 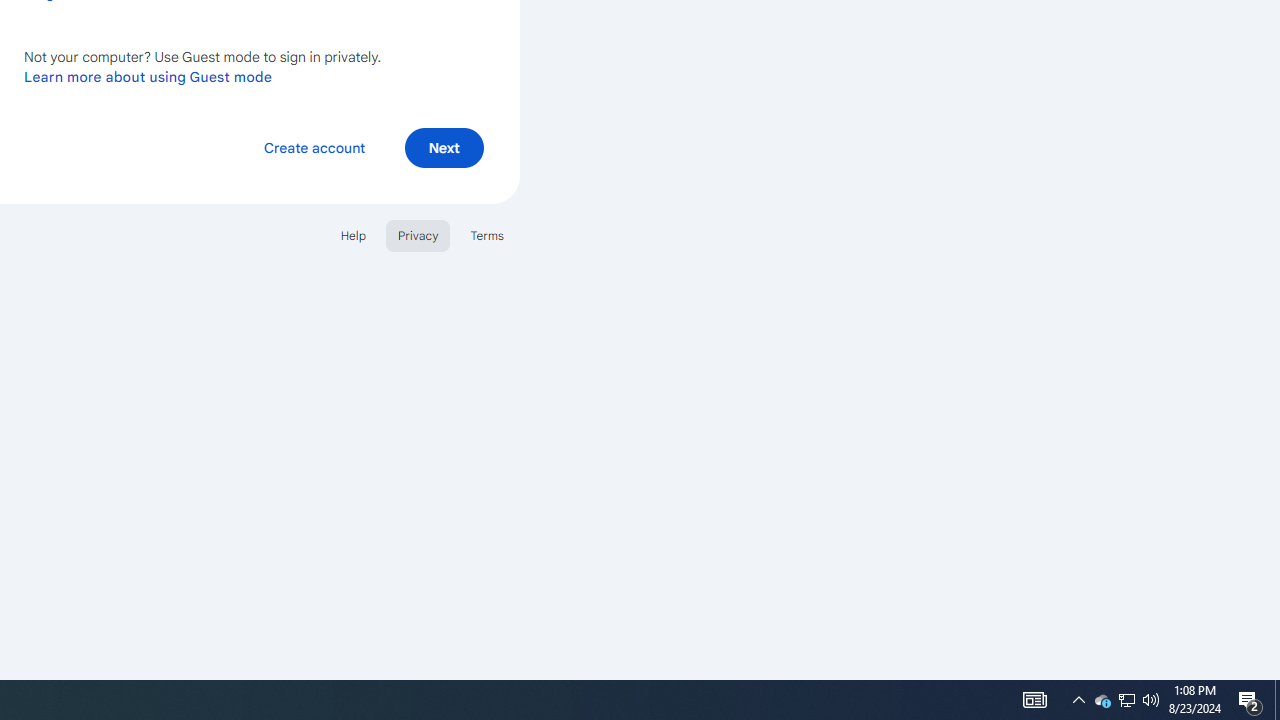 What do you see at coordinates (416, 234) in the screenshot?
I see `'Privacy'` at bounding box center [416, 234].